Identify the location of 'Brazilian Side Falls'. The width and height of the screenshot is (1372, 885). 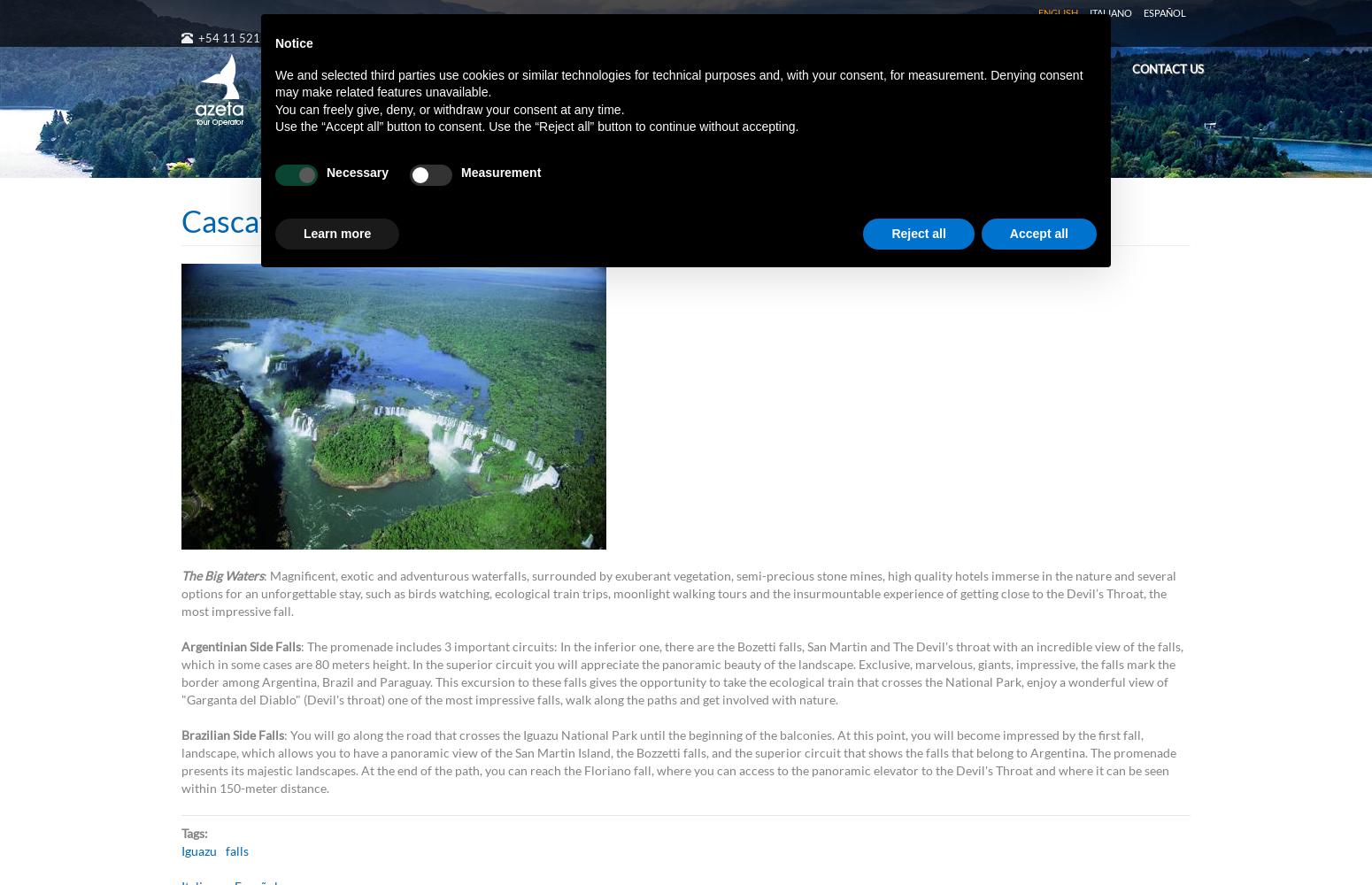
(233, 734).